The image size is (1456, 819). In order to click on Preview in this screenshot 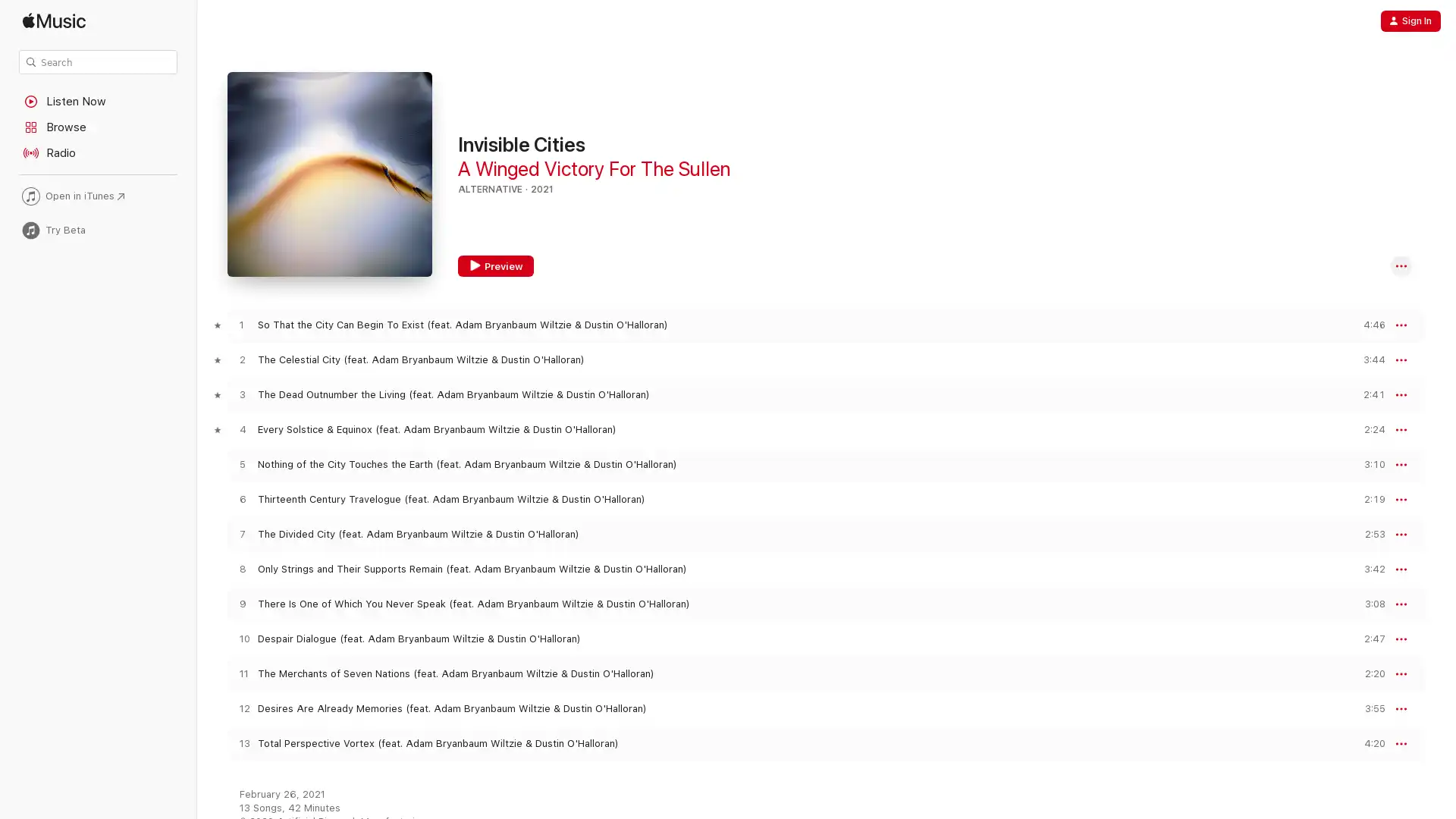, I will do `click(1368, 742)`.